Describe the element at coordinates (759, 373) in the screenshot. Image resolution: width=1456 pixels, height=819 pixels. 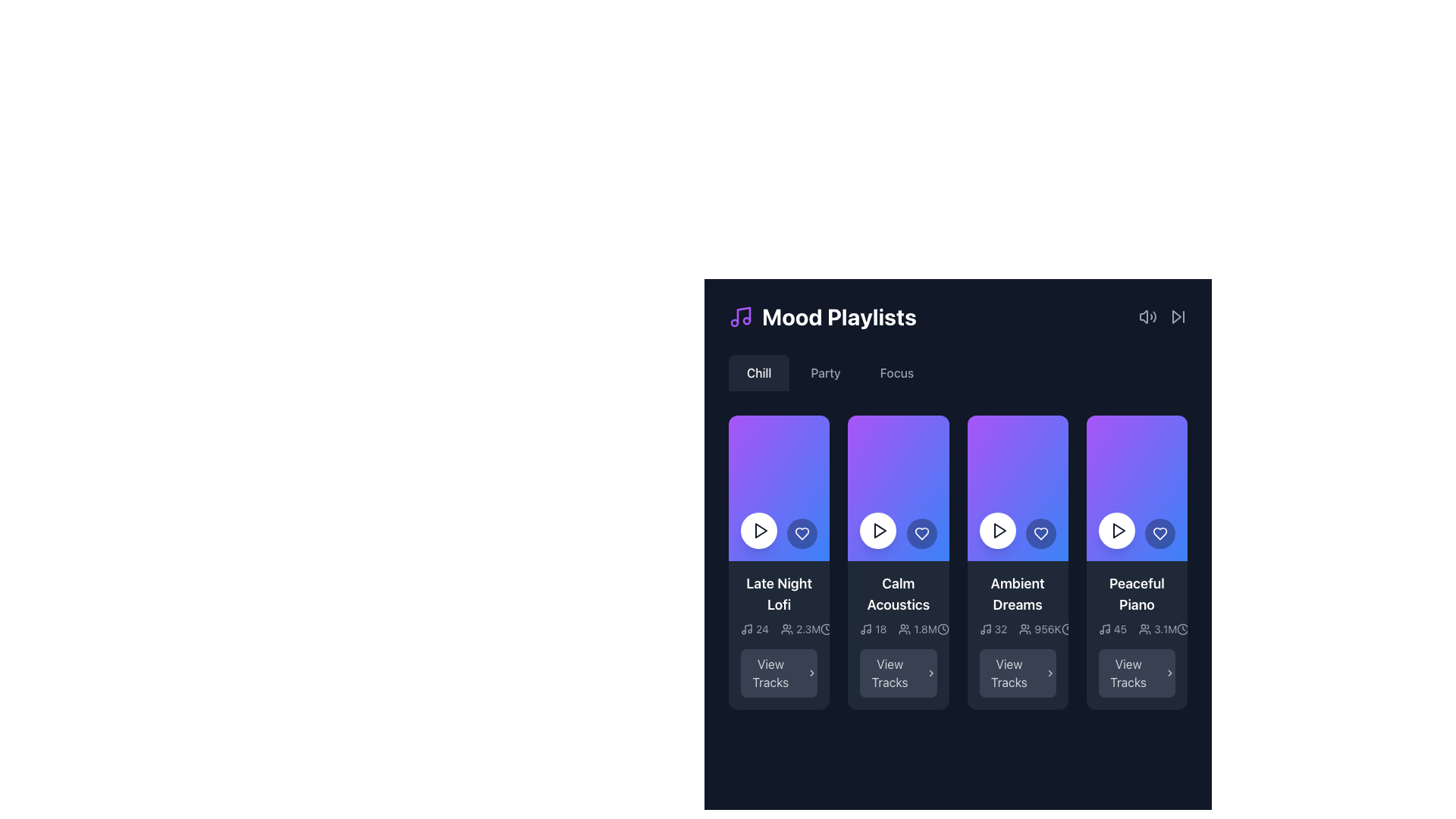
I see `the 'Chill' button, which is a rectangular button with rounded corners and the text 'Chill' in white, located at the upper-left side of the interface` at that location.